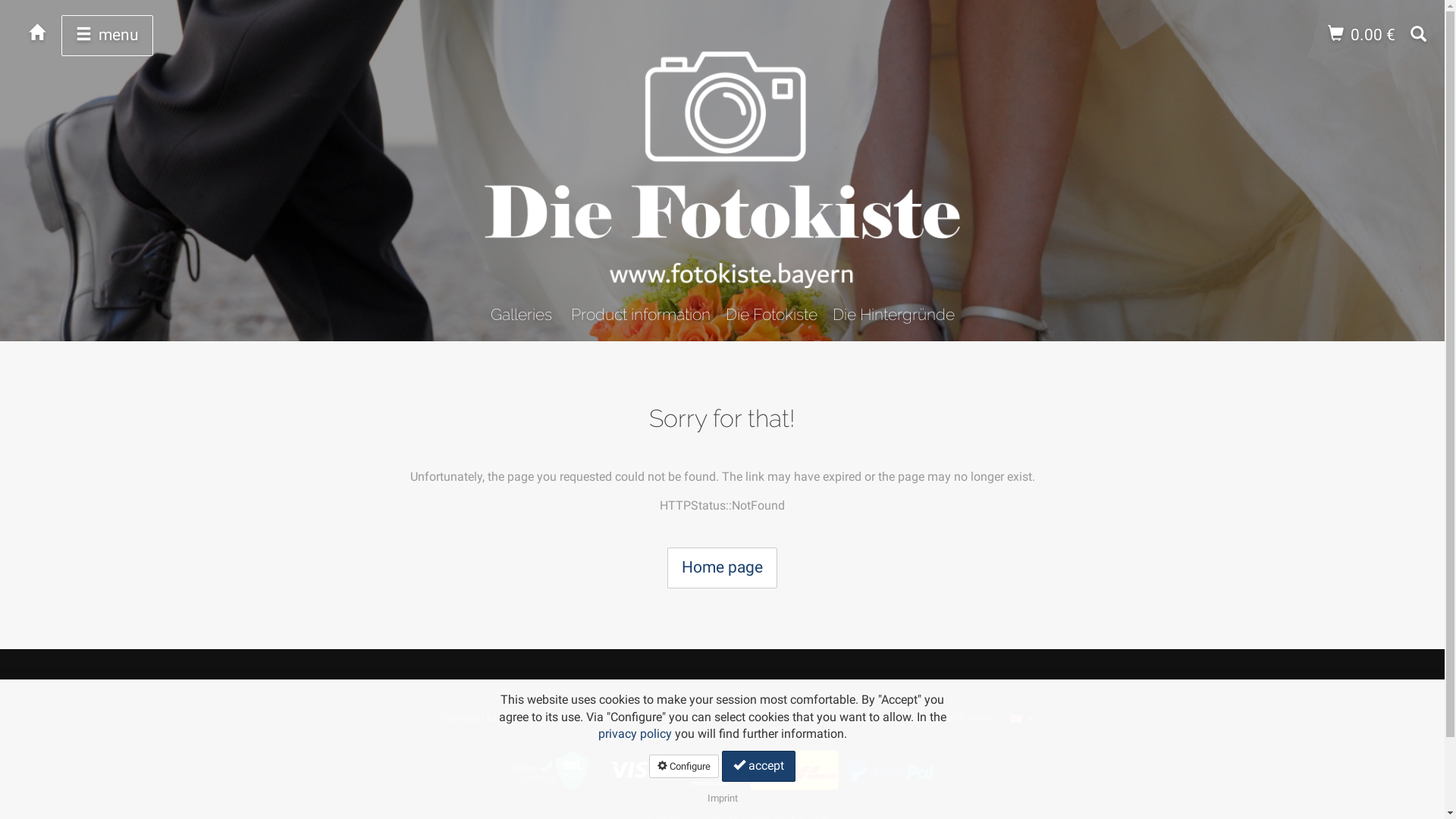 This screenshot has width=1456, height=819. What do you see at coordinates (758, 766) in the screenshot?
I see `'accept'` at bounding box center [758, 766].